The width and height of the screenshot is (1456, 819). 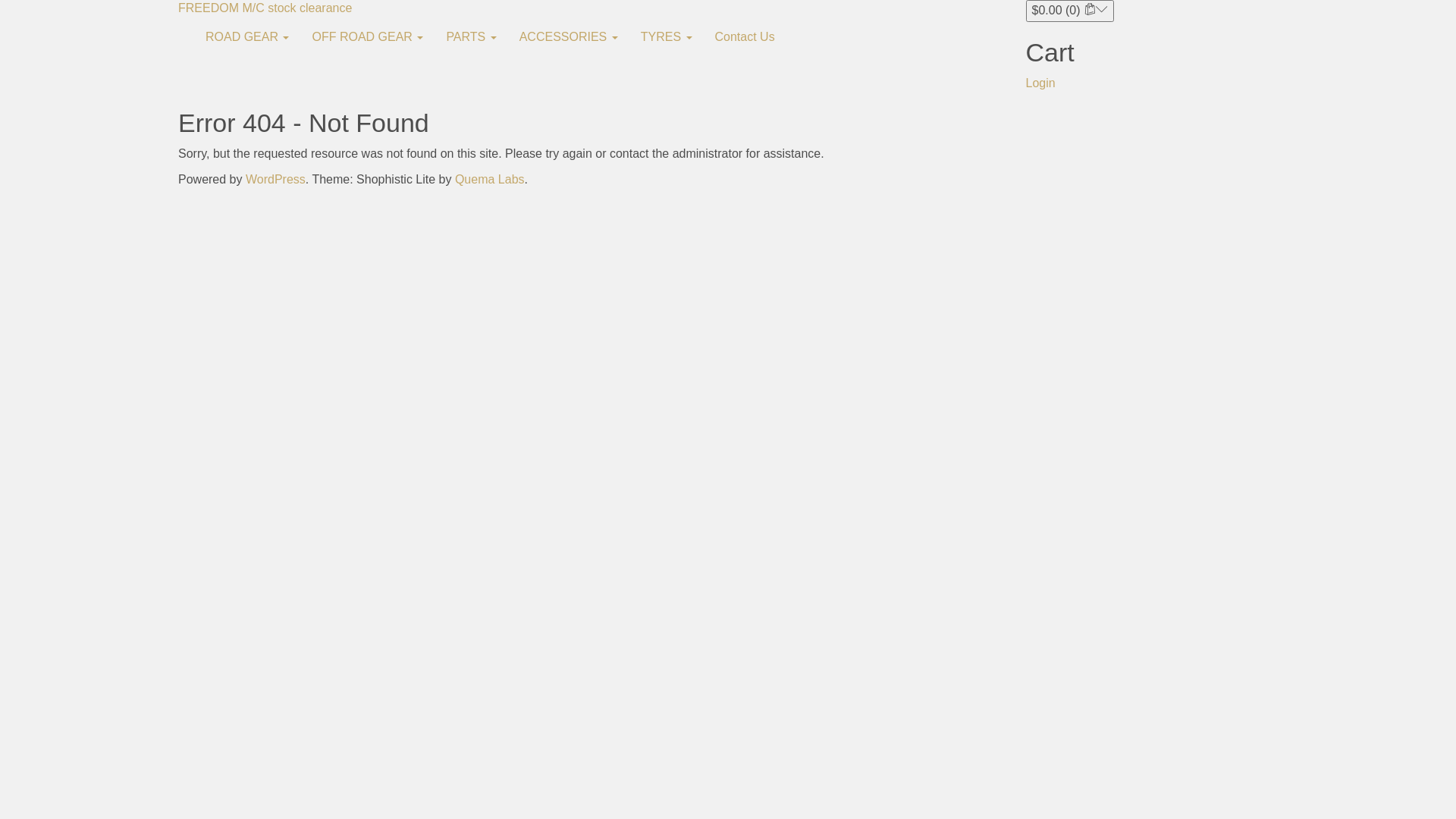 I want to click on 'FREEDOM M/C stock clearance', so click(x=265, y=8).